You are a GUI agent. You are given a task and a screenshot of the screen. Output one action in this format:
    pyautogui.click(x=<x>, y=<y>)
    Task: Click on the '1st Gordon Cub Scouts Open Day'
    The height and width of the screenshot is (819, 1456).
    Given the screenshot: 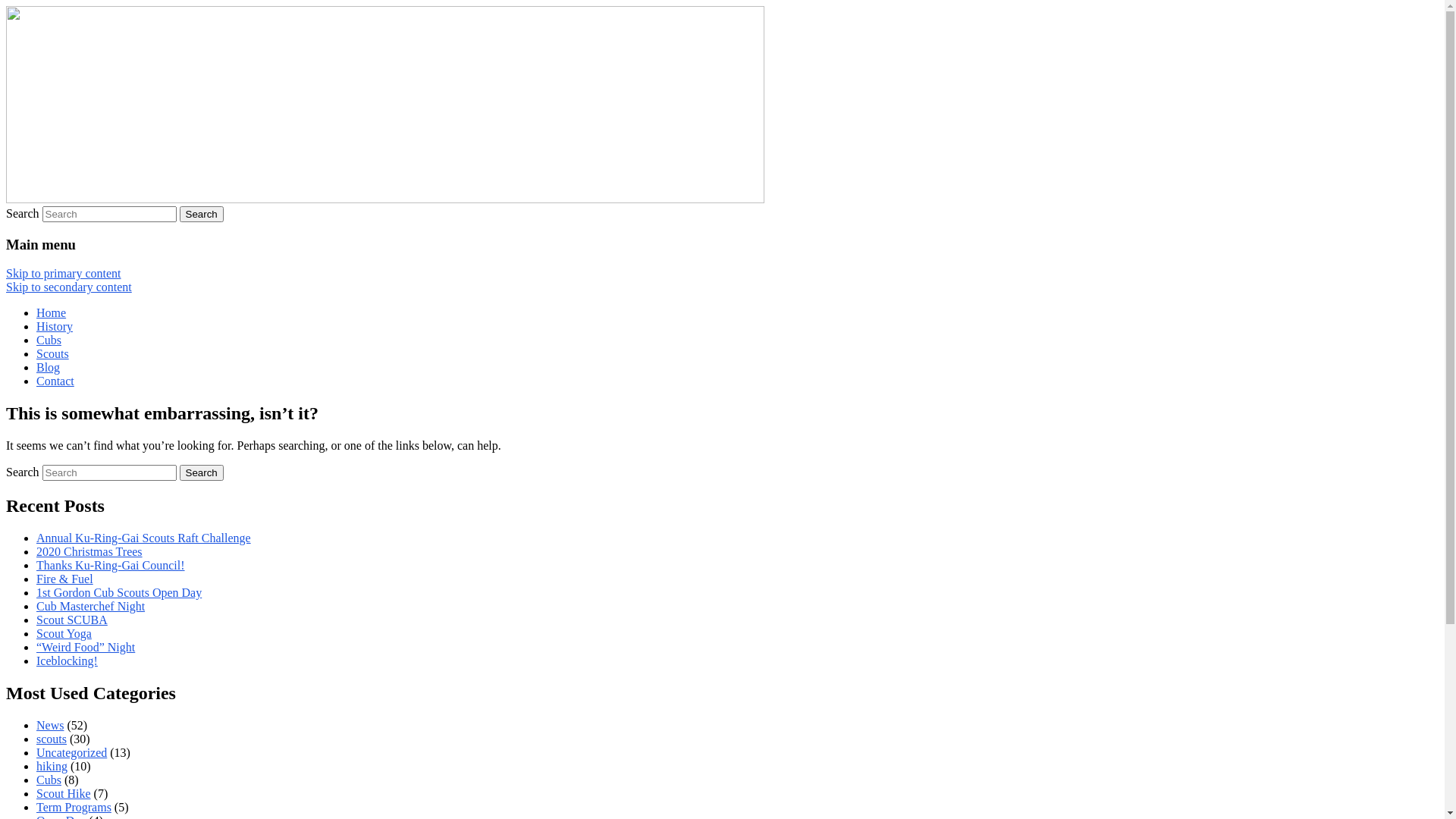 What is the action you would take?
    pyautogui.click(x=118, y=591)
    